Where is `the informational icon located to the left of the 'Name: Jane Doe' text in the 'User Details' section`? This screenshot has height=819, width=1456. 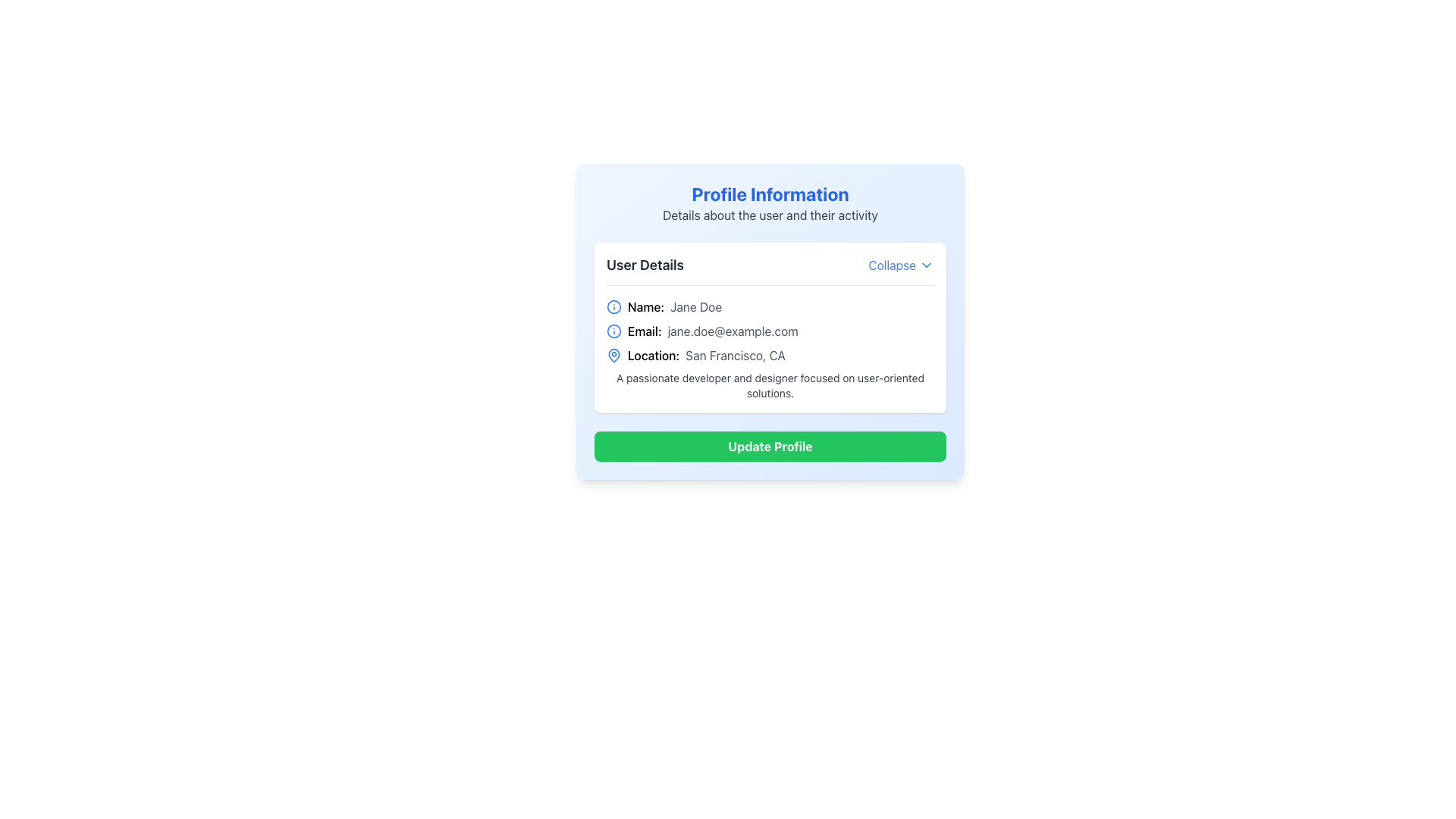 the informational icon located to the left of the 'Name: Jane Doe' text in the 'User Details' section is located at coordinates (614, 307).